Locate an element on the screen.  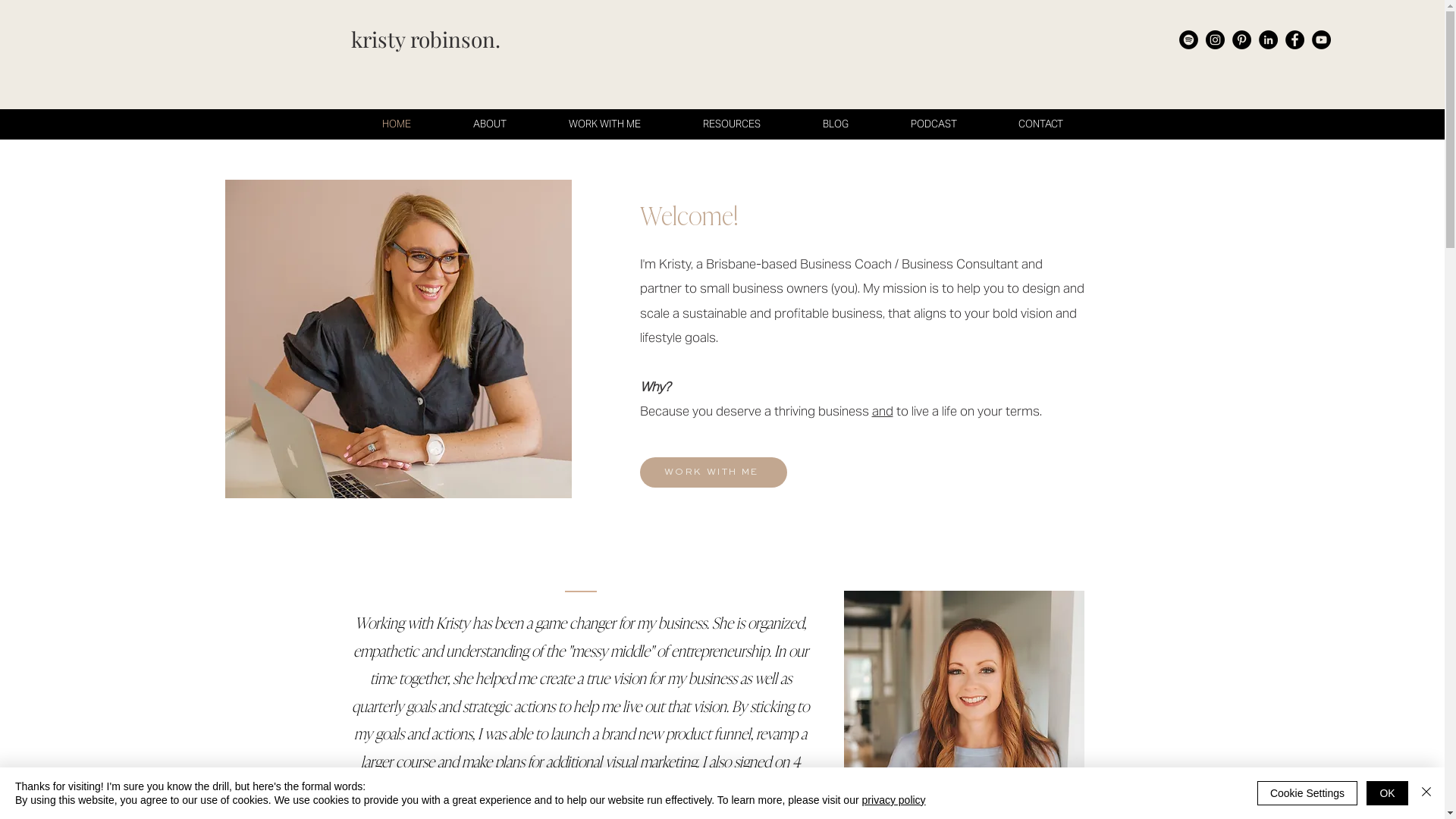
'ABOUT' is located at coordinates (488, 124).